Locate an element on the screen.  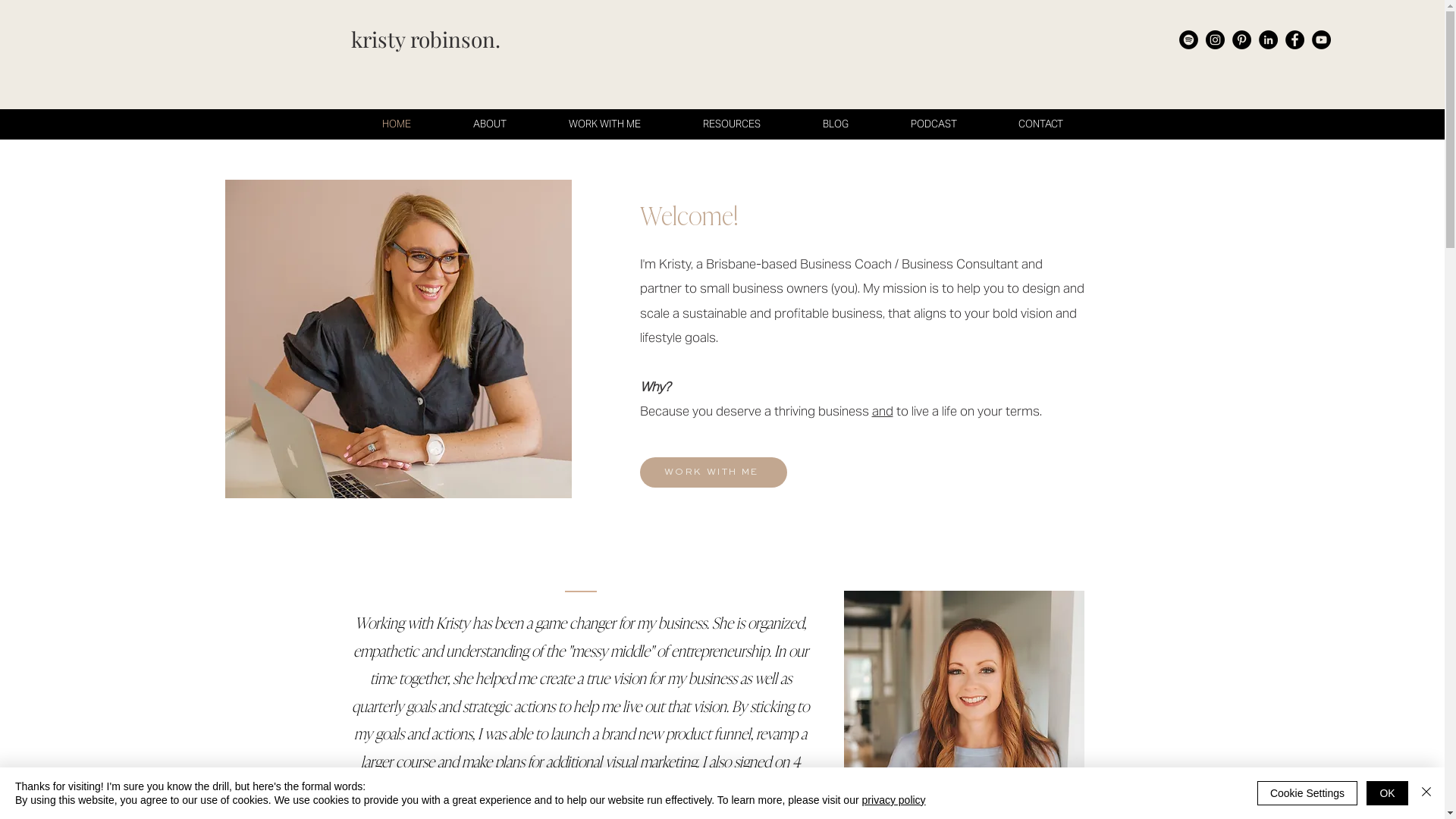
'ABOUT' is located at coordinates (488, 124).